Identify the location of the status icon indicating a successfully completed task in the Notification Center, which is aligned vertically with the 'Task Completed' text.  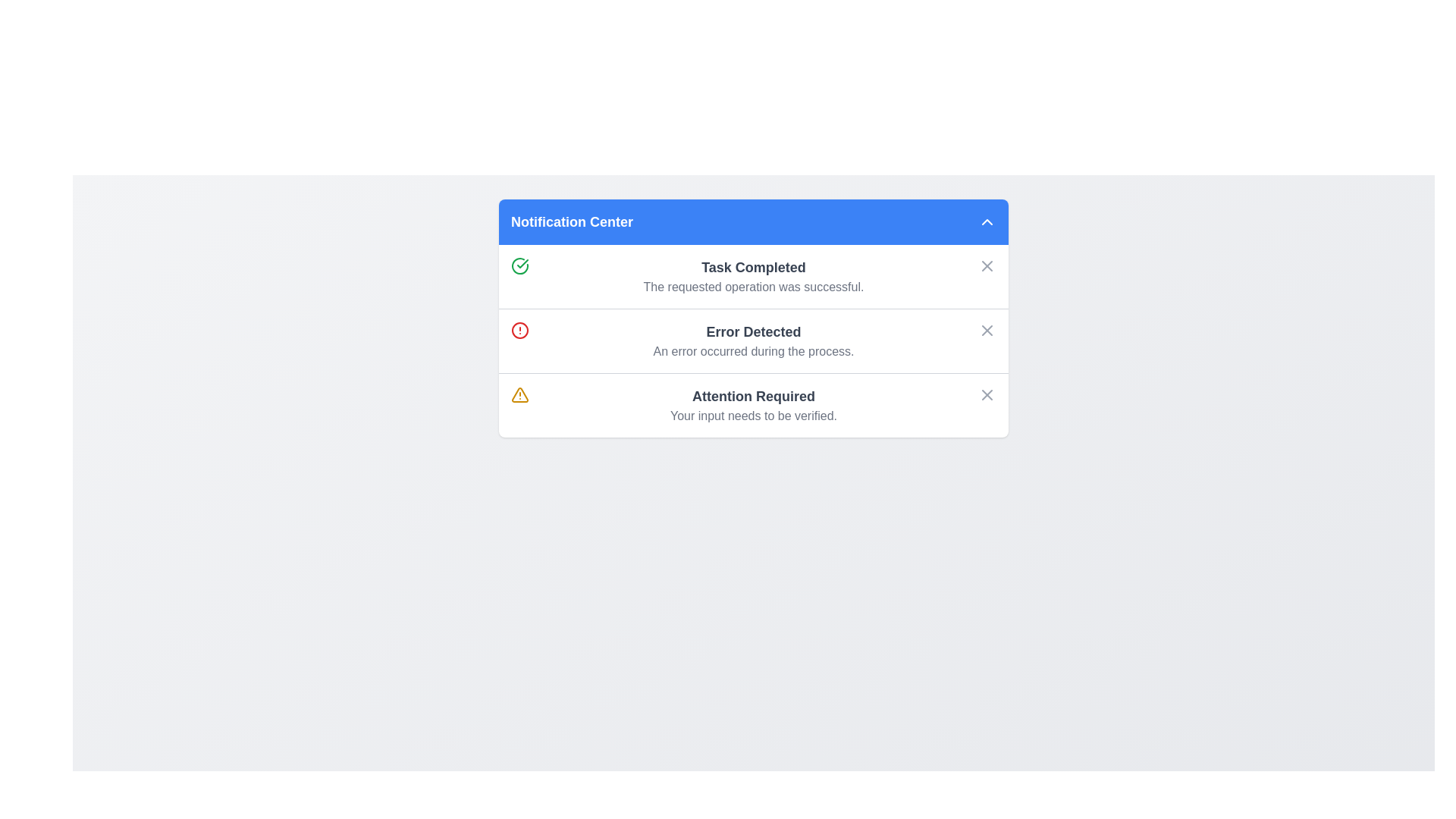
(520, 265).